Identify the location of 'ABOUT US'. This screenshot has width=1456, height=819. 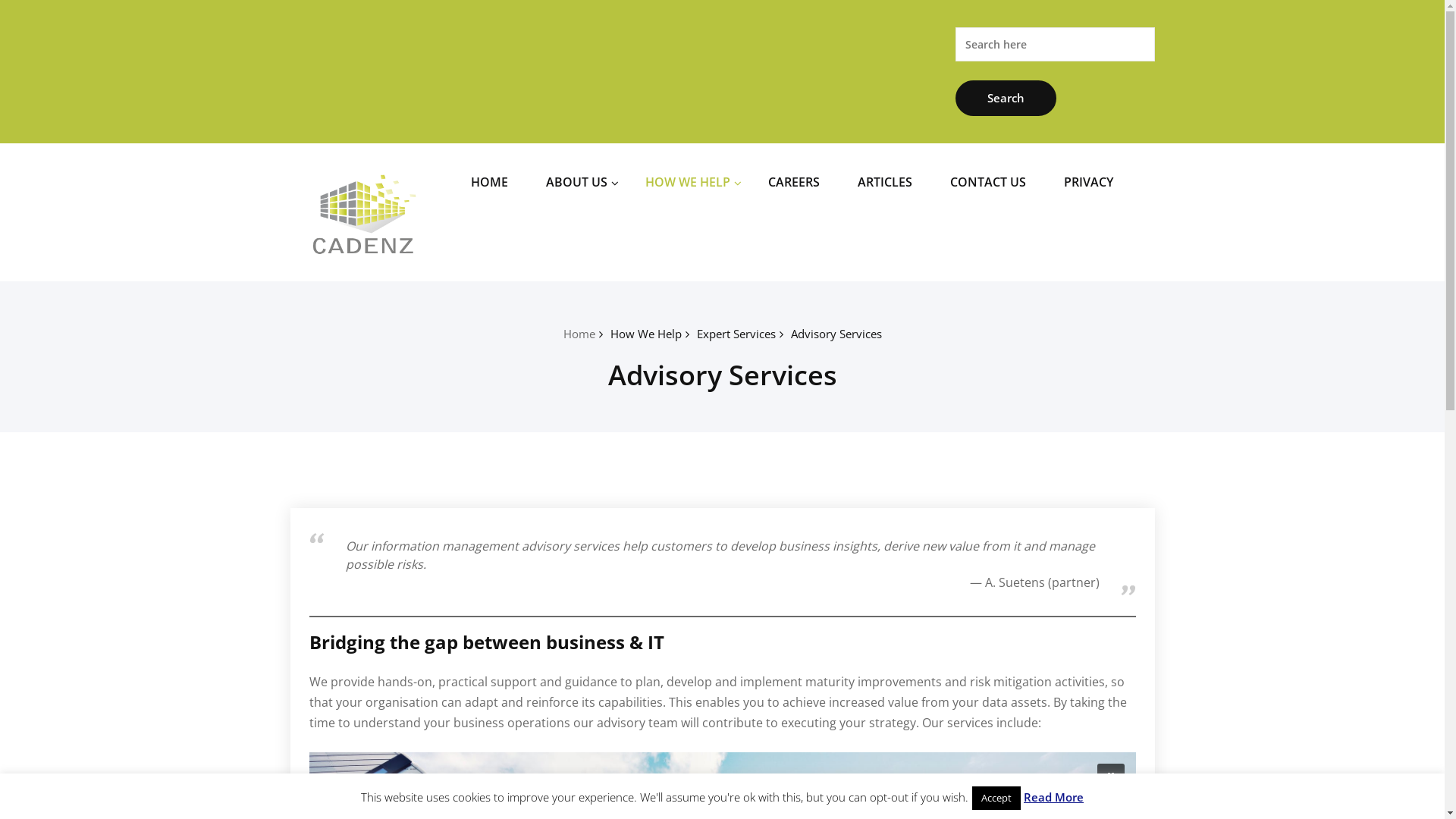
(575, 180).